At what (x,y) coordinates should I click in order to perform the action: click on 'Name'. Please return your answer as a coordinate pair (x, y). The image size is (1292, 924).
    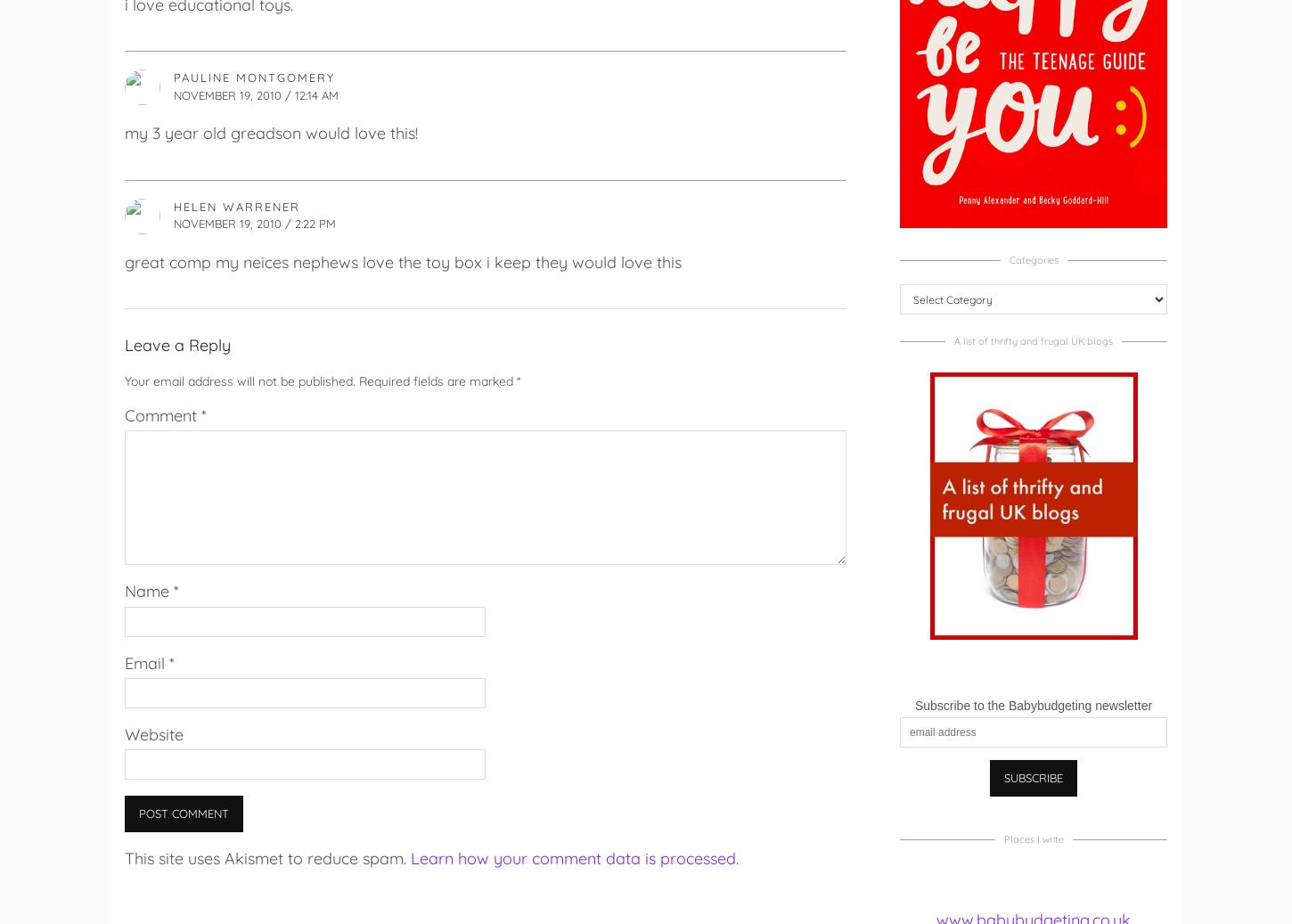
    Looking at the image, I should click on (124, 591).